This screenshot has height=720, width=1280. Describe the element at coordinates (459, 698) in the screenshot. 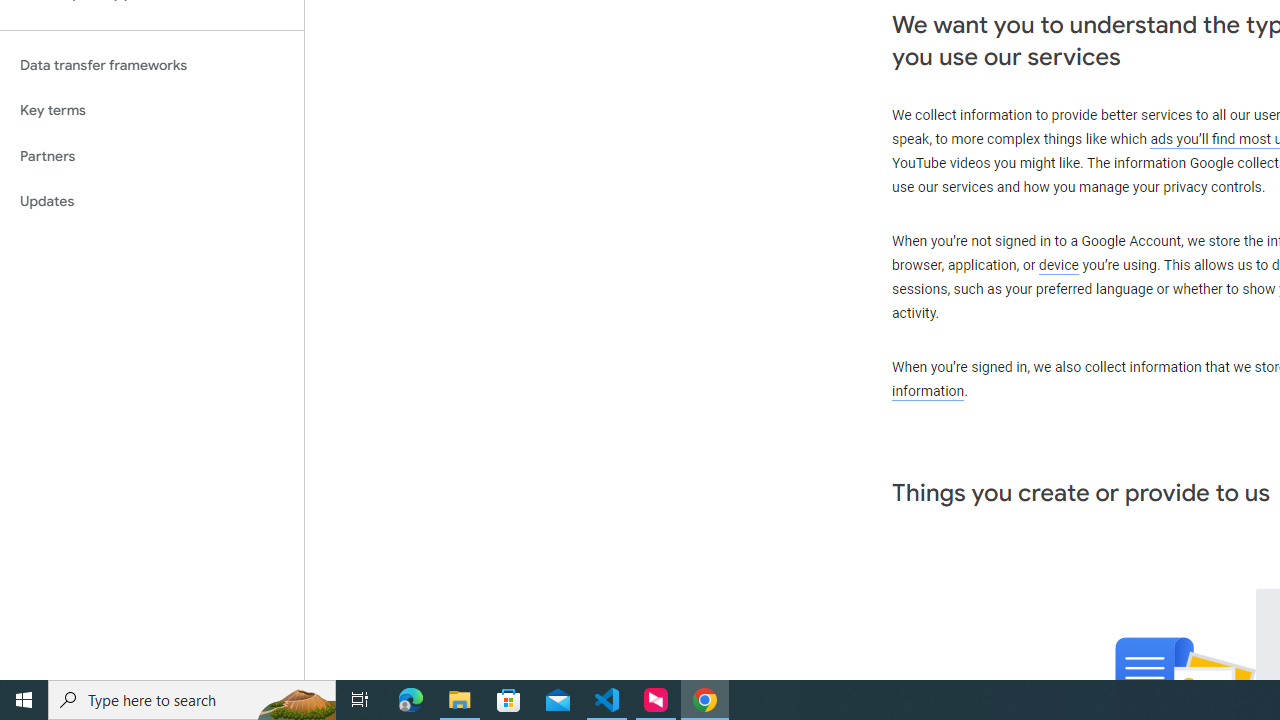

I see `'File Explorer - 1 running window'` at that location.